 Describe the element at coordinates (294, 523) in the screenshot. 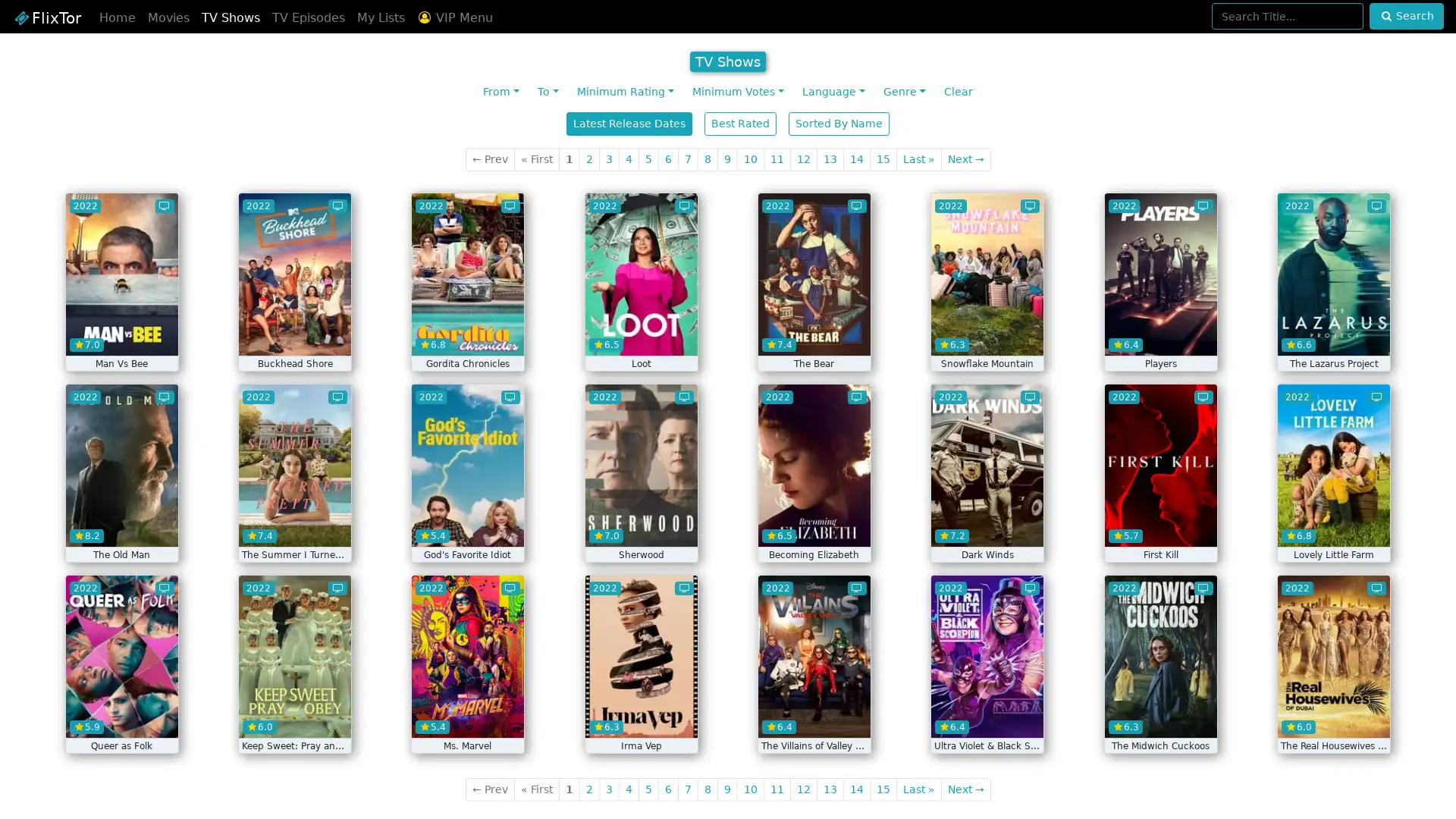

I see `Watch Now` at that location.